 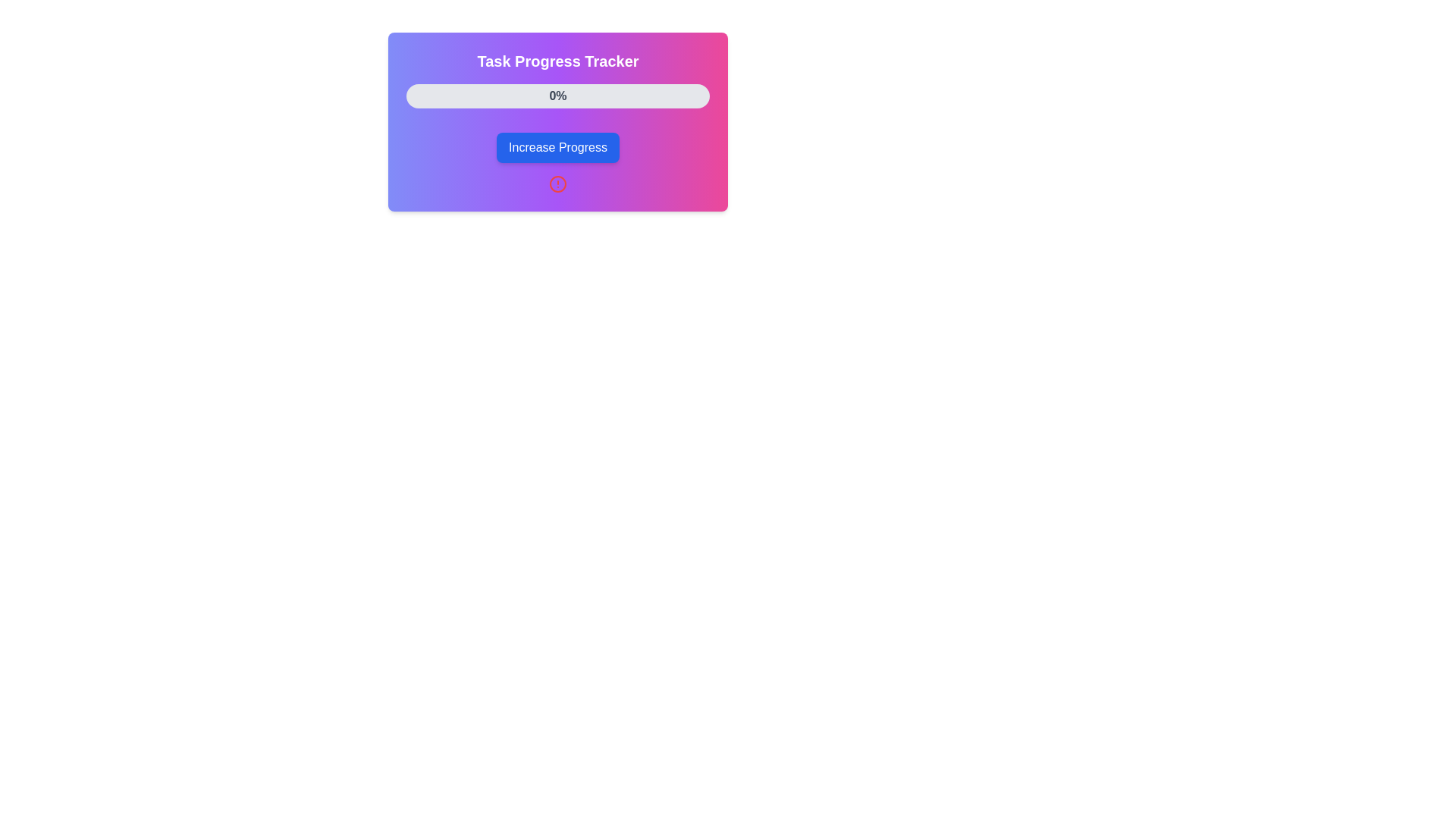 What do you see at coordinates (557, 61) in the screenshot?
I see `the 'Task Progress Tracker' text label, which is a medium-large bold title located at the top of the panel with a gradient background` at bounding box center [557, 61].